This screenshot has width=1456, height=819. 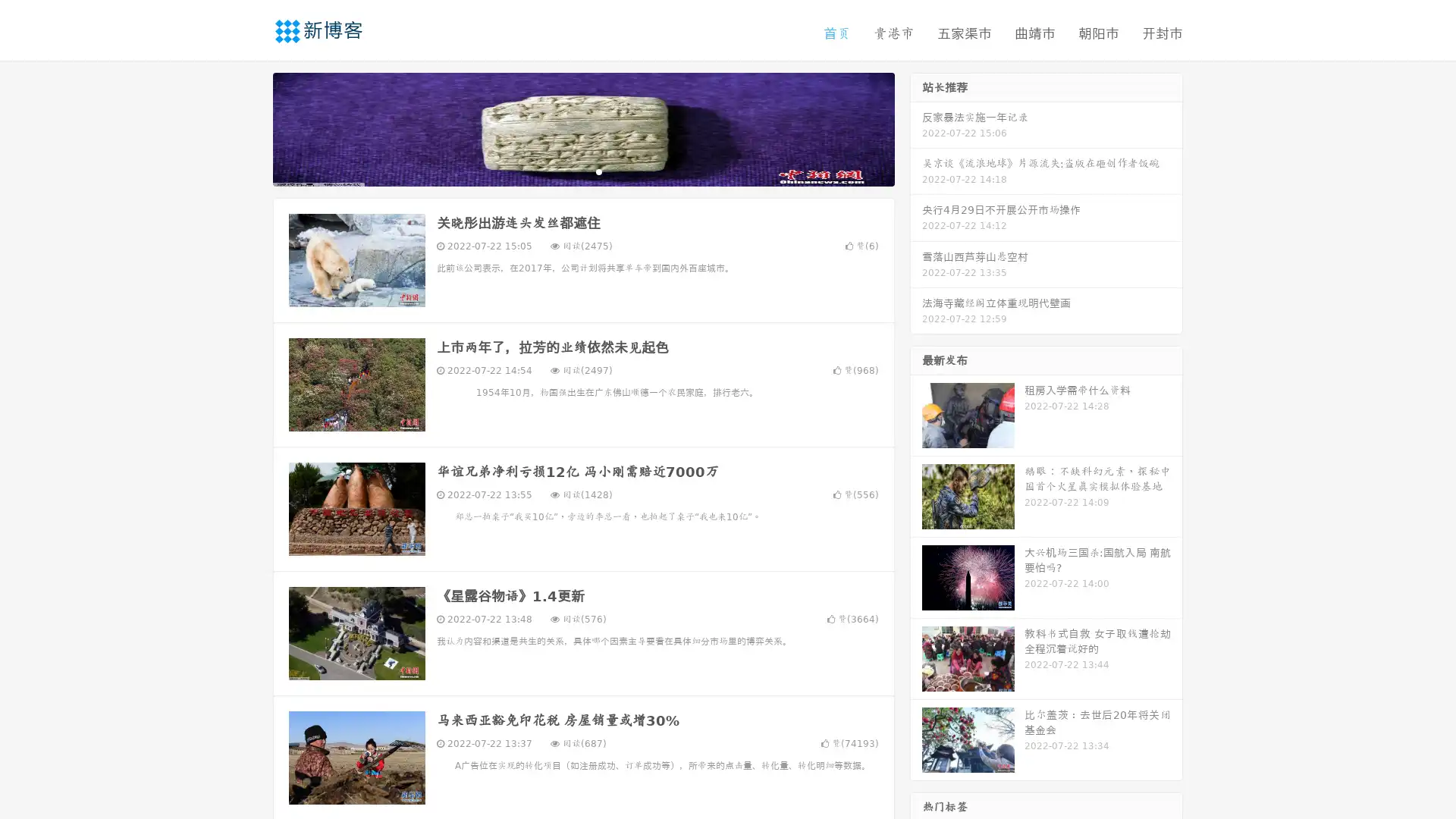 What do you see at coordinates (250, 127) in the screenshot?
I see `Previous slide` at bounding box center [250, 127].